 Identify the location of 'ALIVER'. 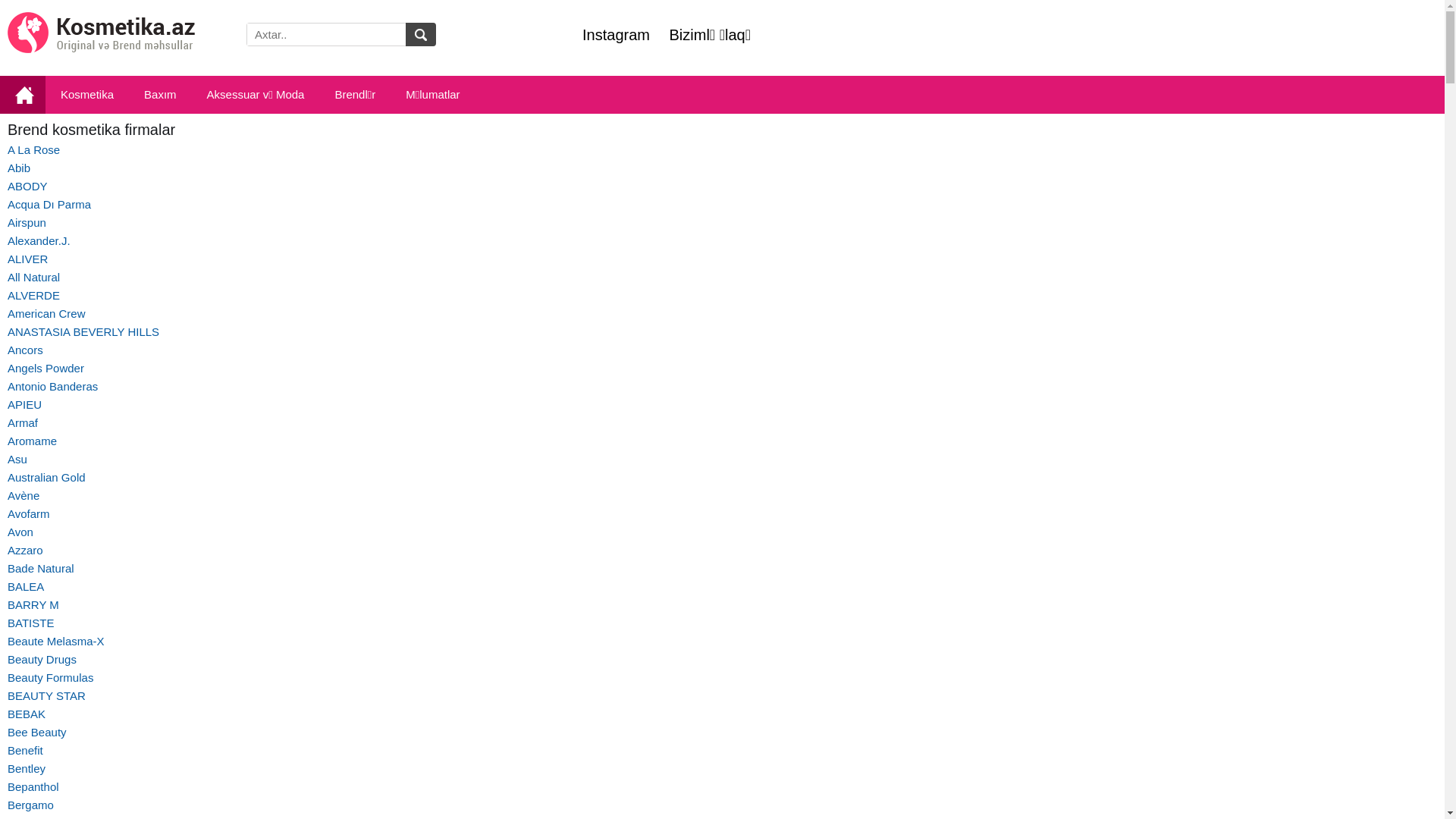
(27, 258).